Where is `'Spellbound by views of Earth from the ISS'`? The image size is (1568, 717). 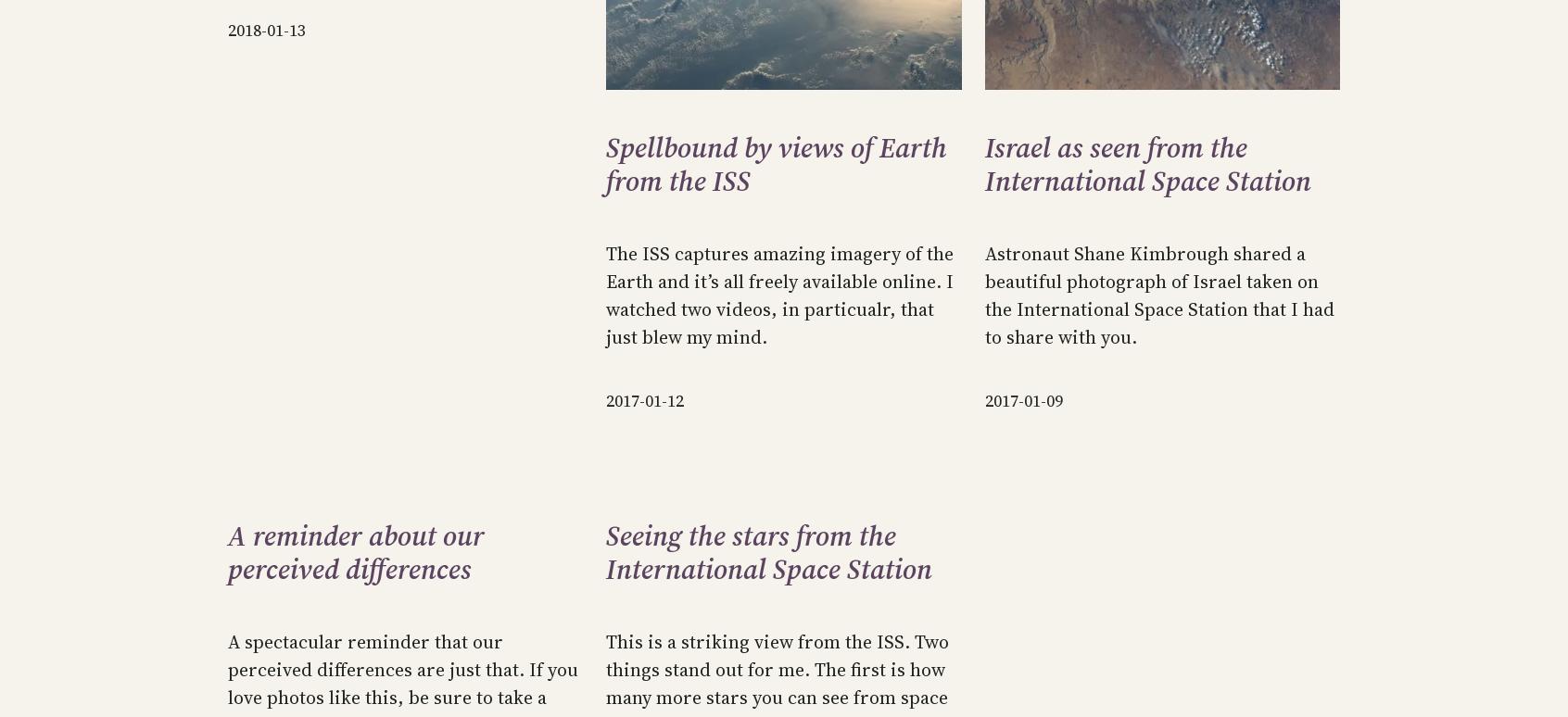 'Spellbound by views of Earth from the ISS' is located at coordinates (777, 164).